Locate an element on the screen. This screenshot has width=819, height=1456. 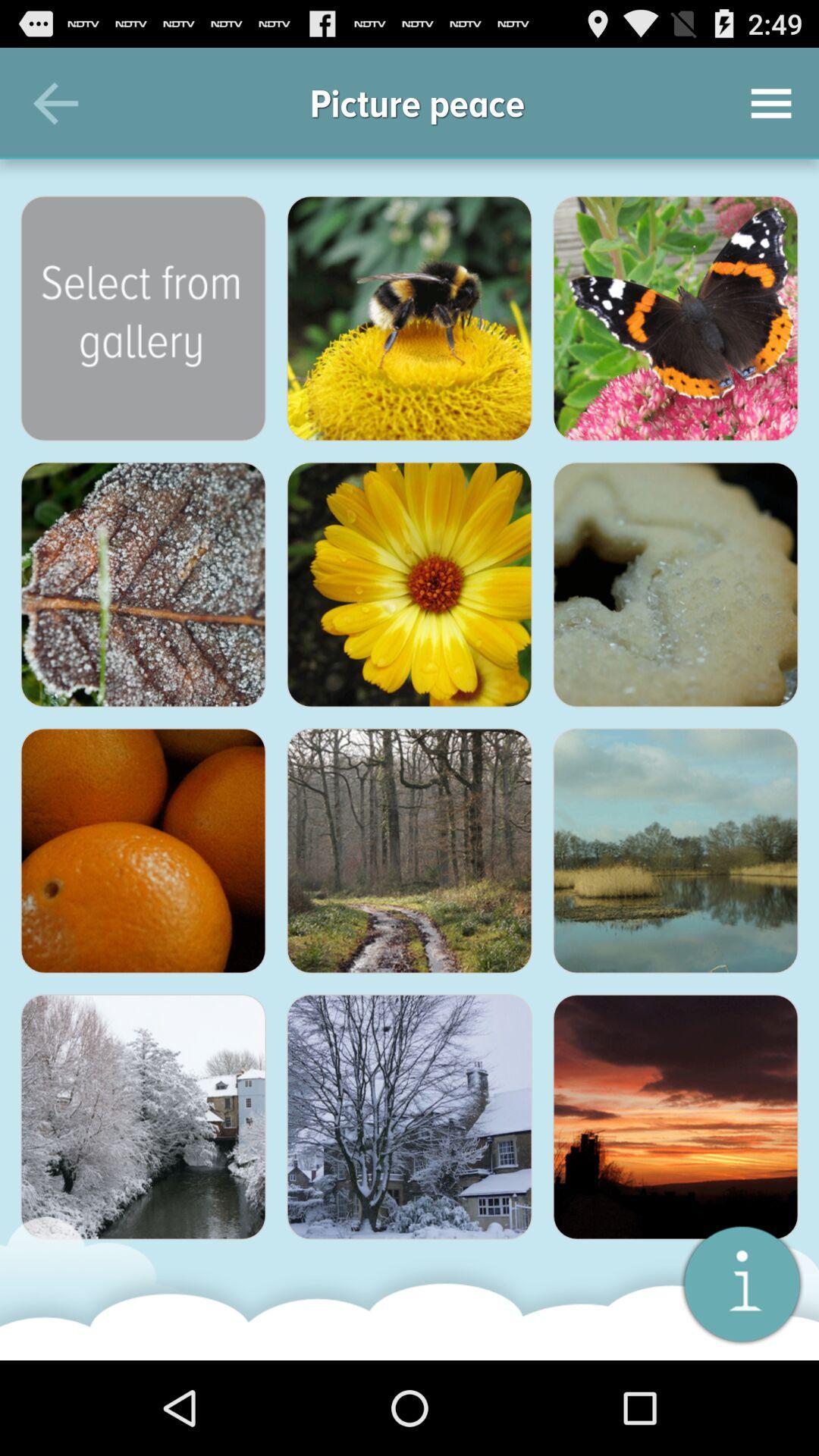
the icon to the right of picture peace icon is located at coordinates (771, 102).